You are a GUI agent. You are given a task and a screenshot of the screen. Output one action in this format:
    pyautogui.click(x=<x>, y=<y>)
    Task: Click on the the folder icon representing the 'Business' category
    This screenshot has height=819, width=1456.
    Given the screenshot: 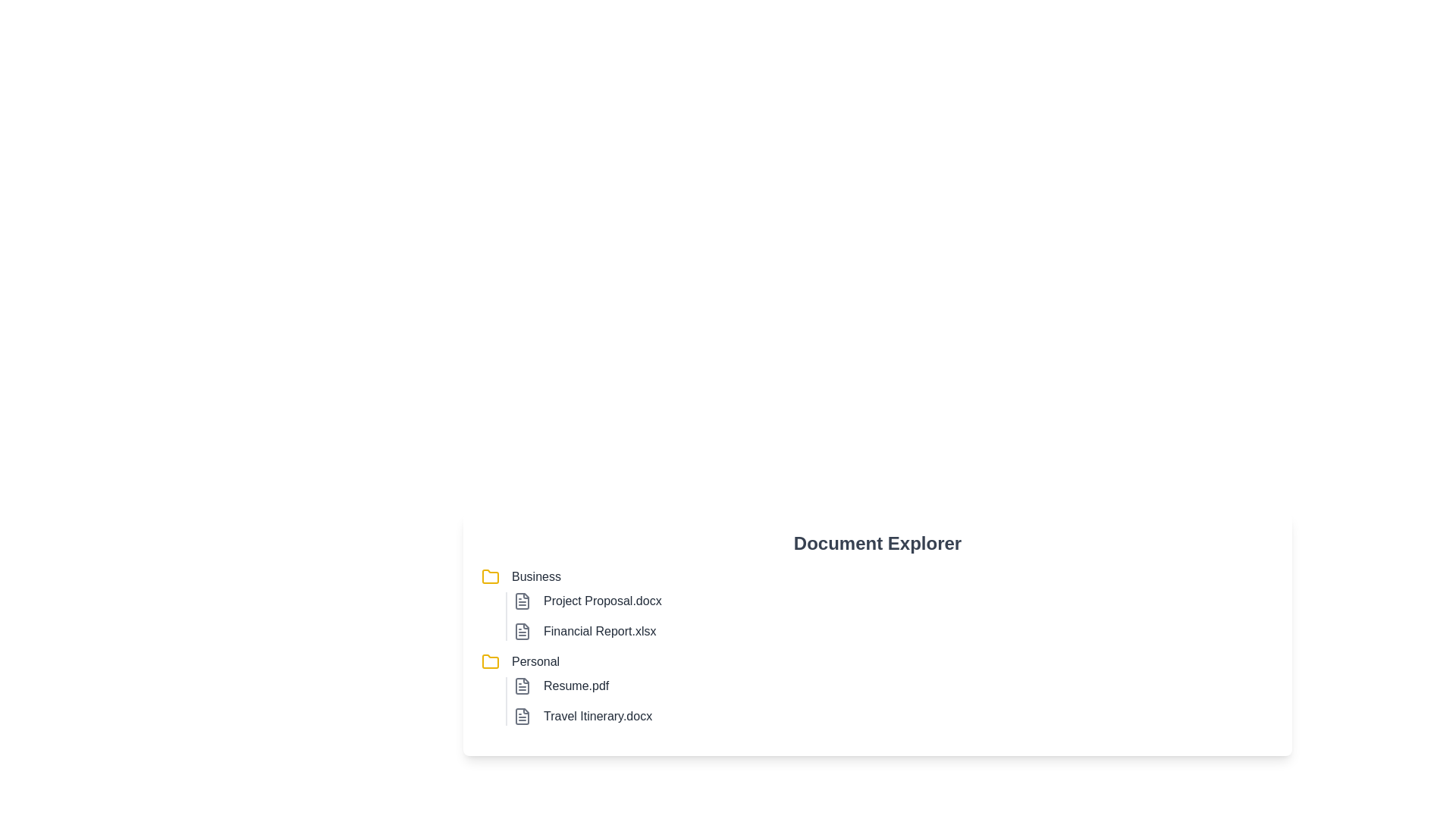 What is the action you would take?
    pyautogui.click(x=491, y=576)
    